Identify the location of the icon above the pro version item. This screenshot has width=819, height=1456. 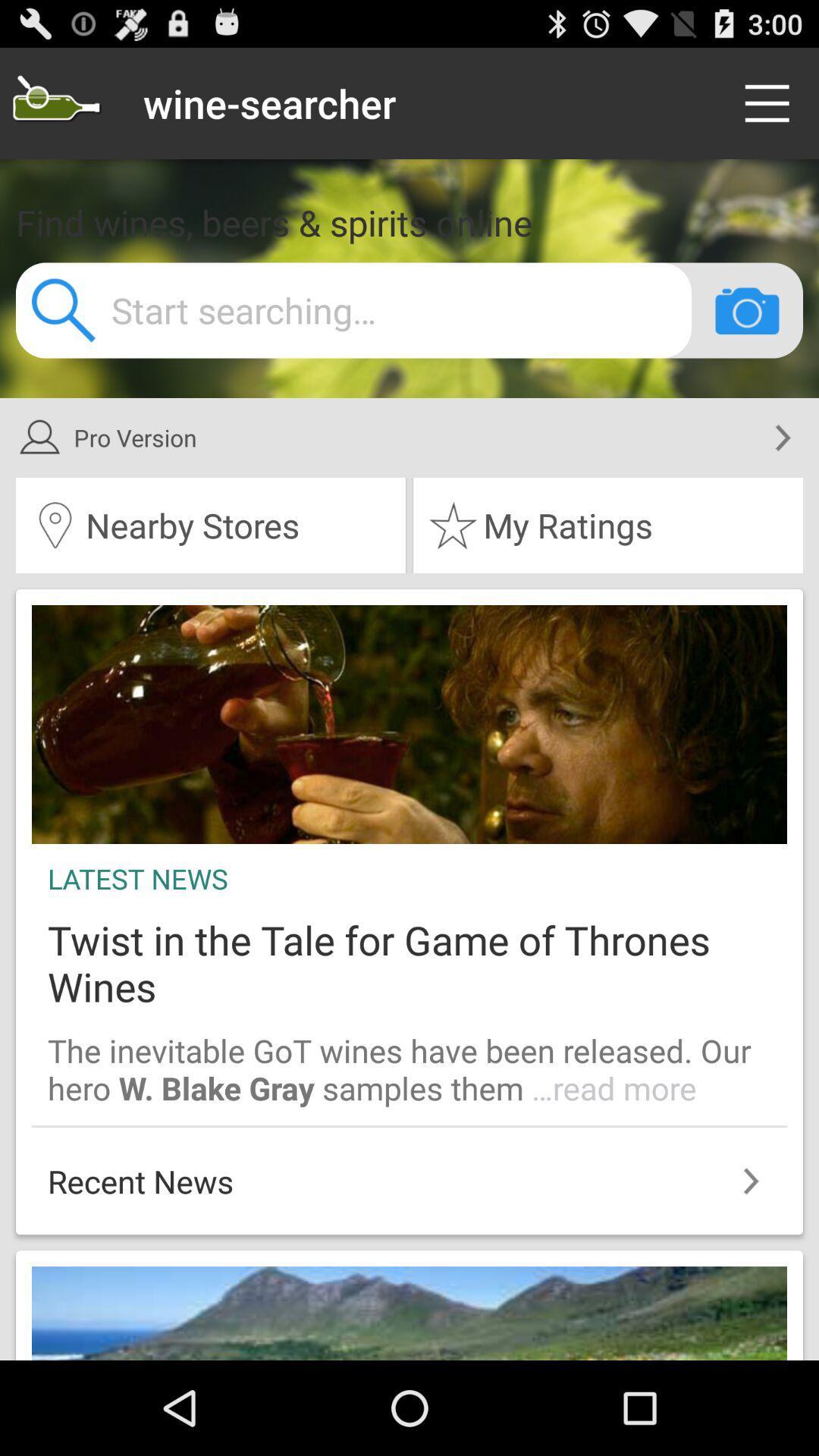
(746, 309).